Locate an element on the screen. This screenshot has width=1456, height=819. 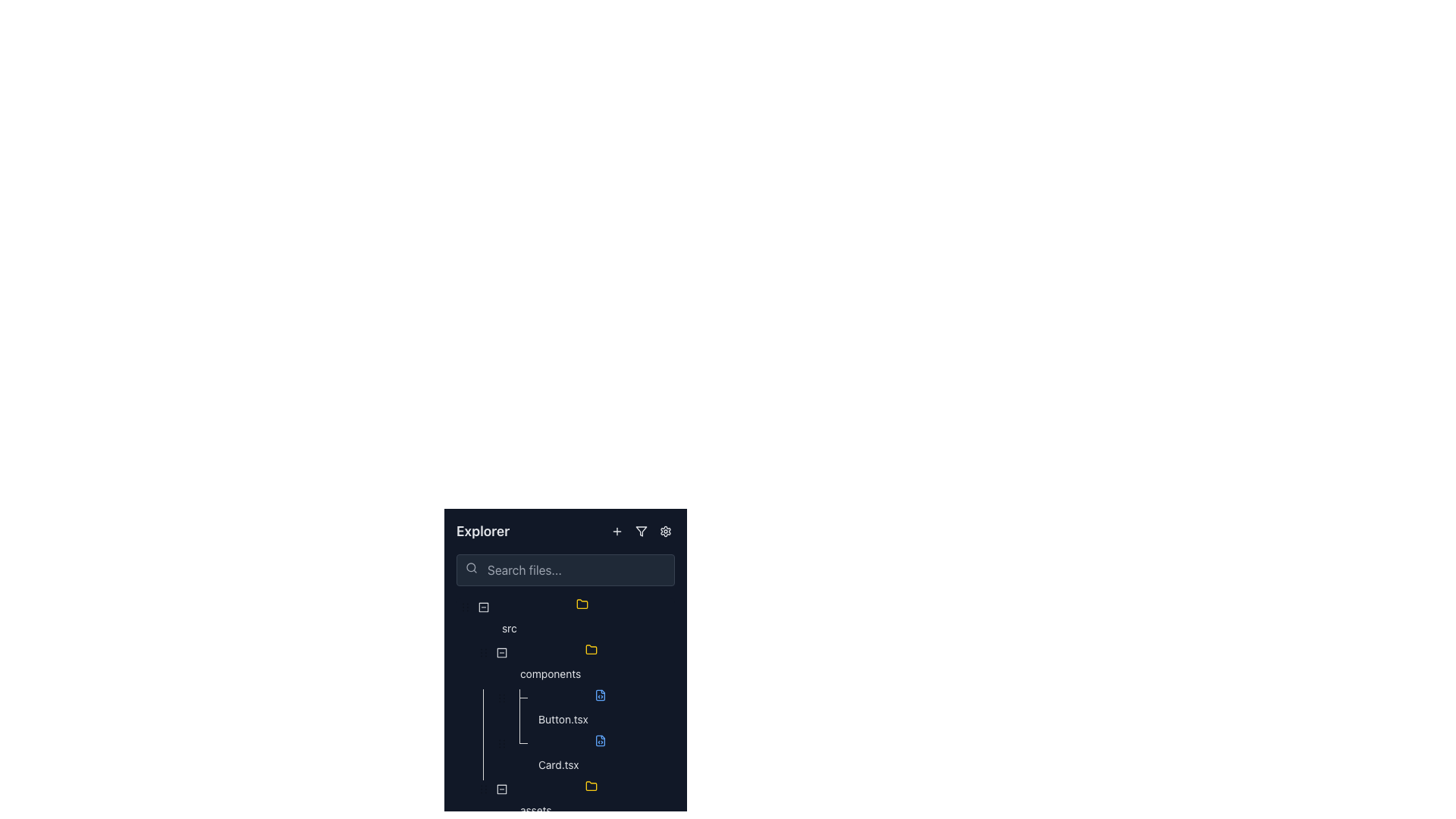
the square minus icon in the tree view UI component is located at coordinates (502, 651).